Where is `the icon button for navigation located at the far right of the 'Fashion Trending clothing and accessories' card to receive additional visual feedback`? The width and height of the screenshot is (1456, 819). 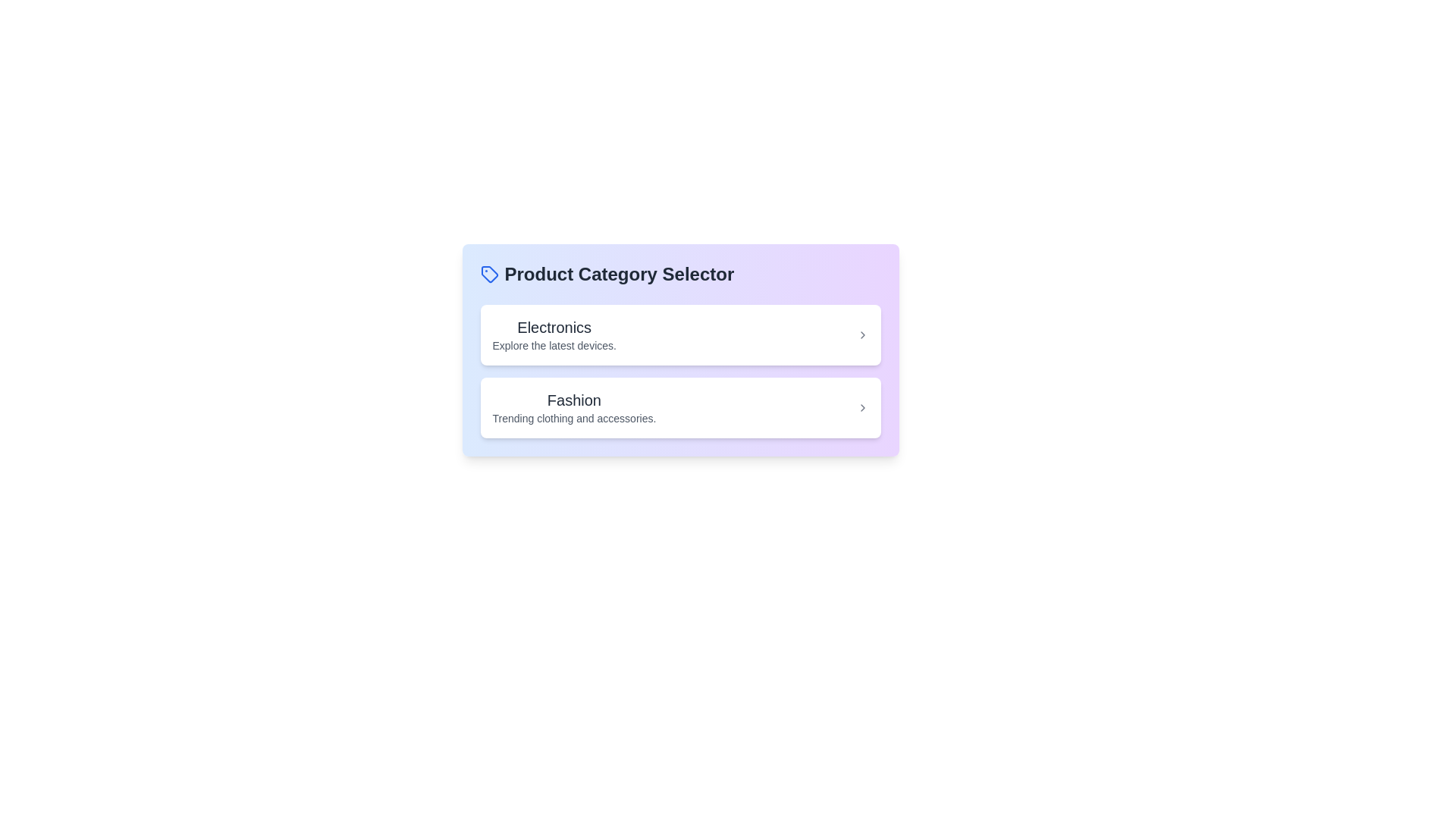 the icon button for navigation located at the far right of the 'Fashion Trending clothing and accessories' card to receive additional visual feedback is located at coordinates (862, 406).